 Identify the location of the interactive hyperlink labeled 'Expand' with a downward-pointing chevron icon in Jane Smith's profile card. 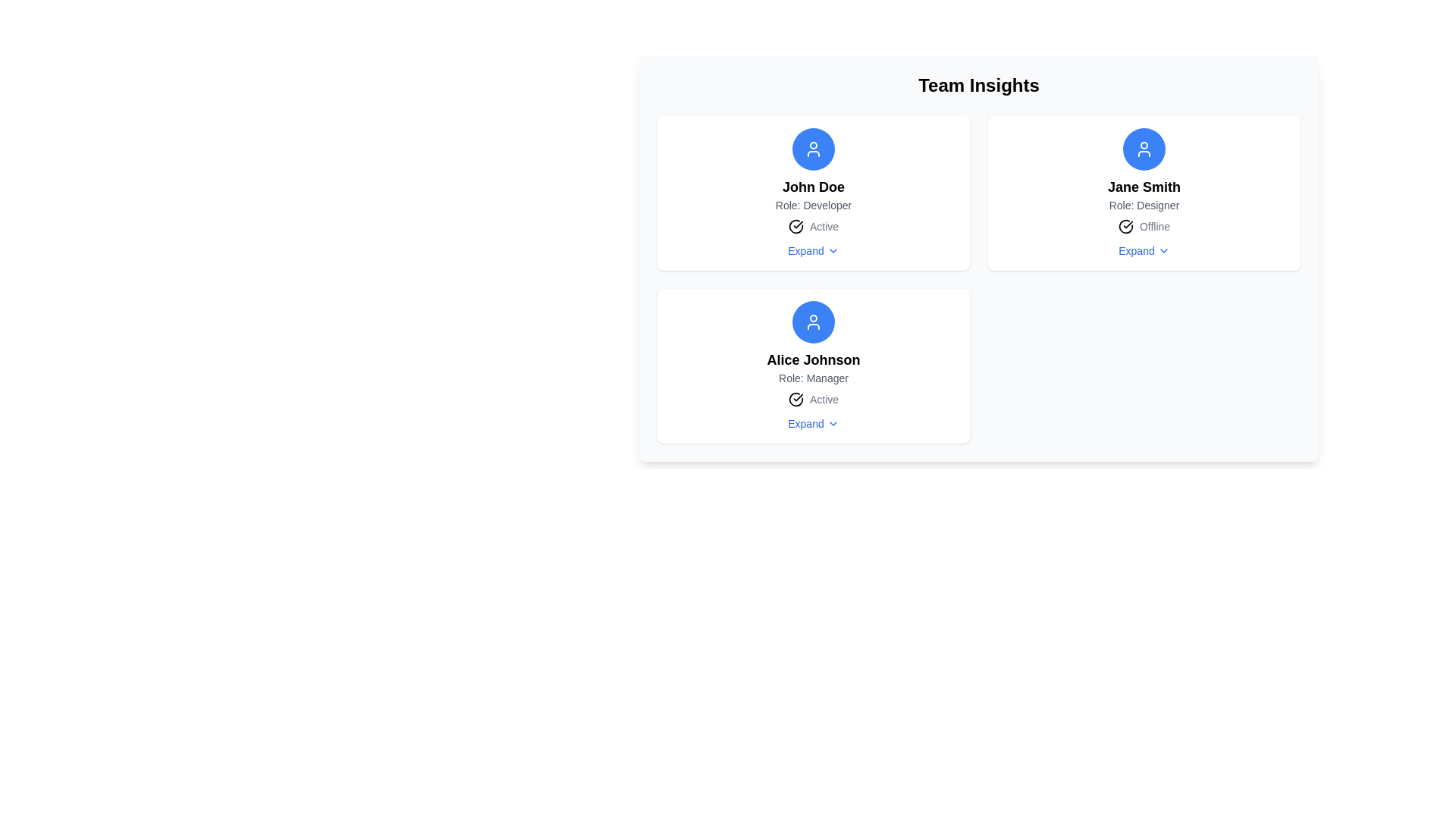
(1144, 250).